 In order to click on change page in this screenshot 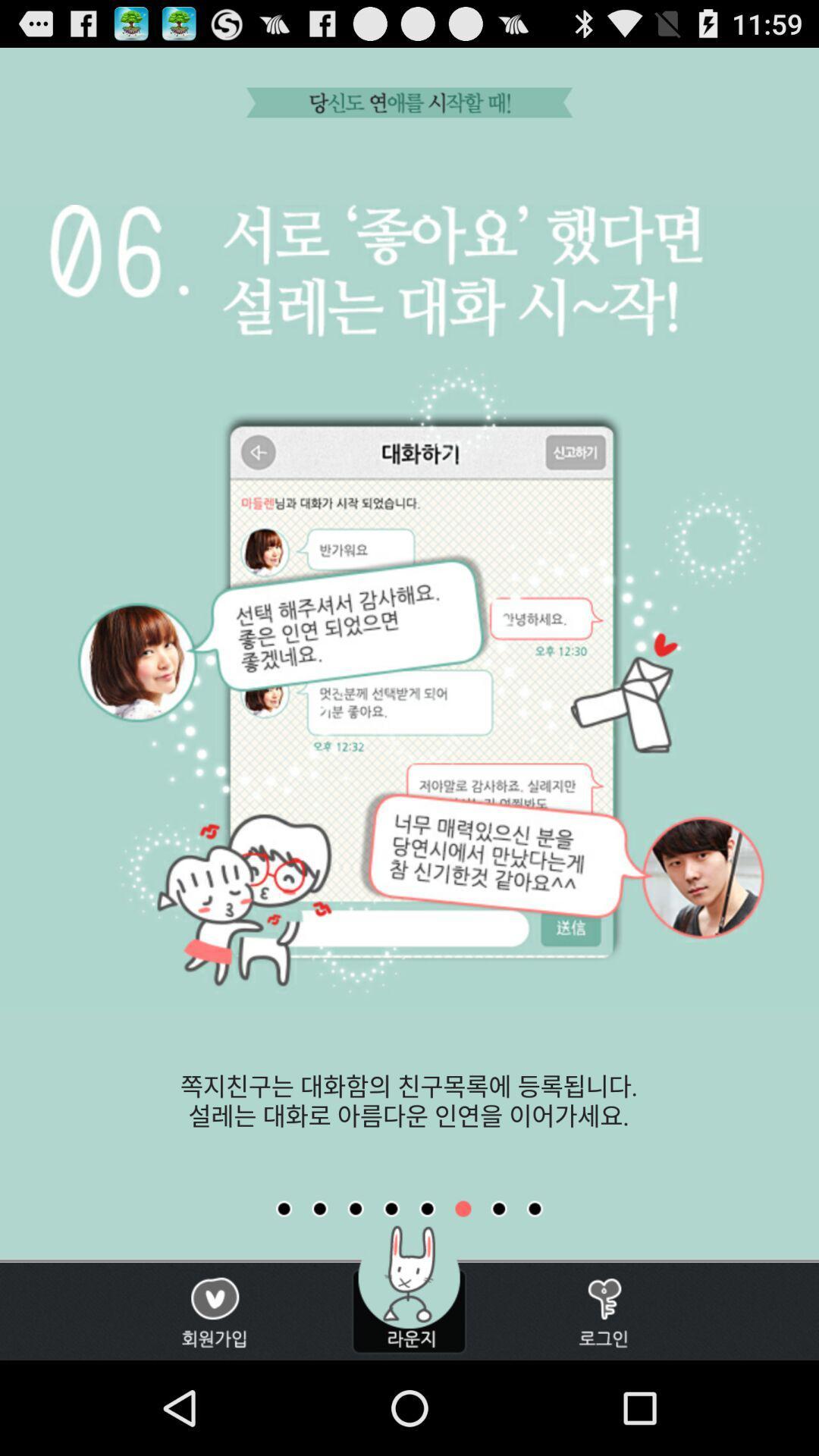, I will do `click(356, 1208)`.